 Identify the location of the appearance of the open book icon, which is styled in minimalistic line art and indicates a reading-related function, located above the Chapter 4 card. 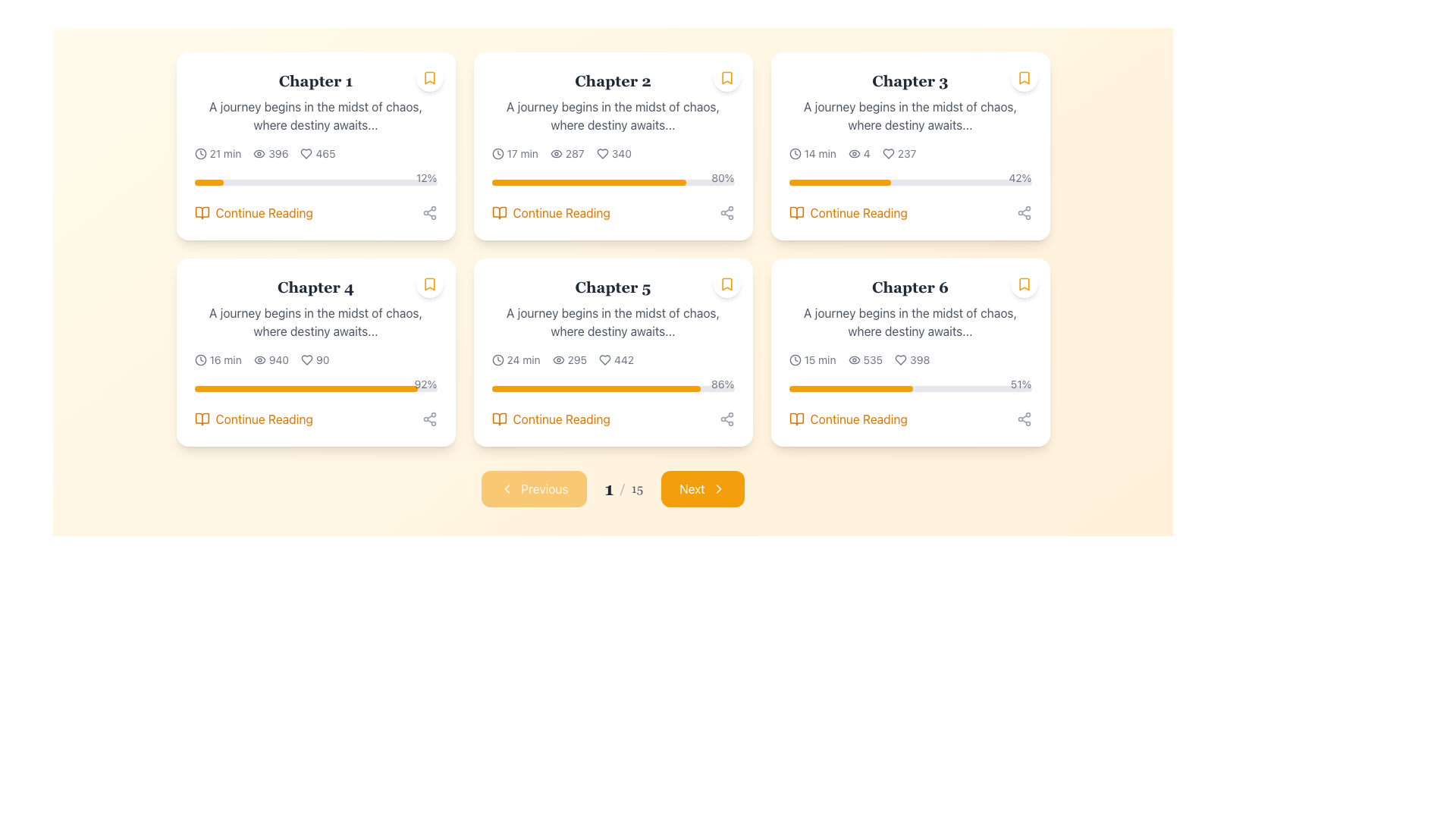
(201, 419).